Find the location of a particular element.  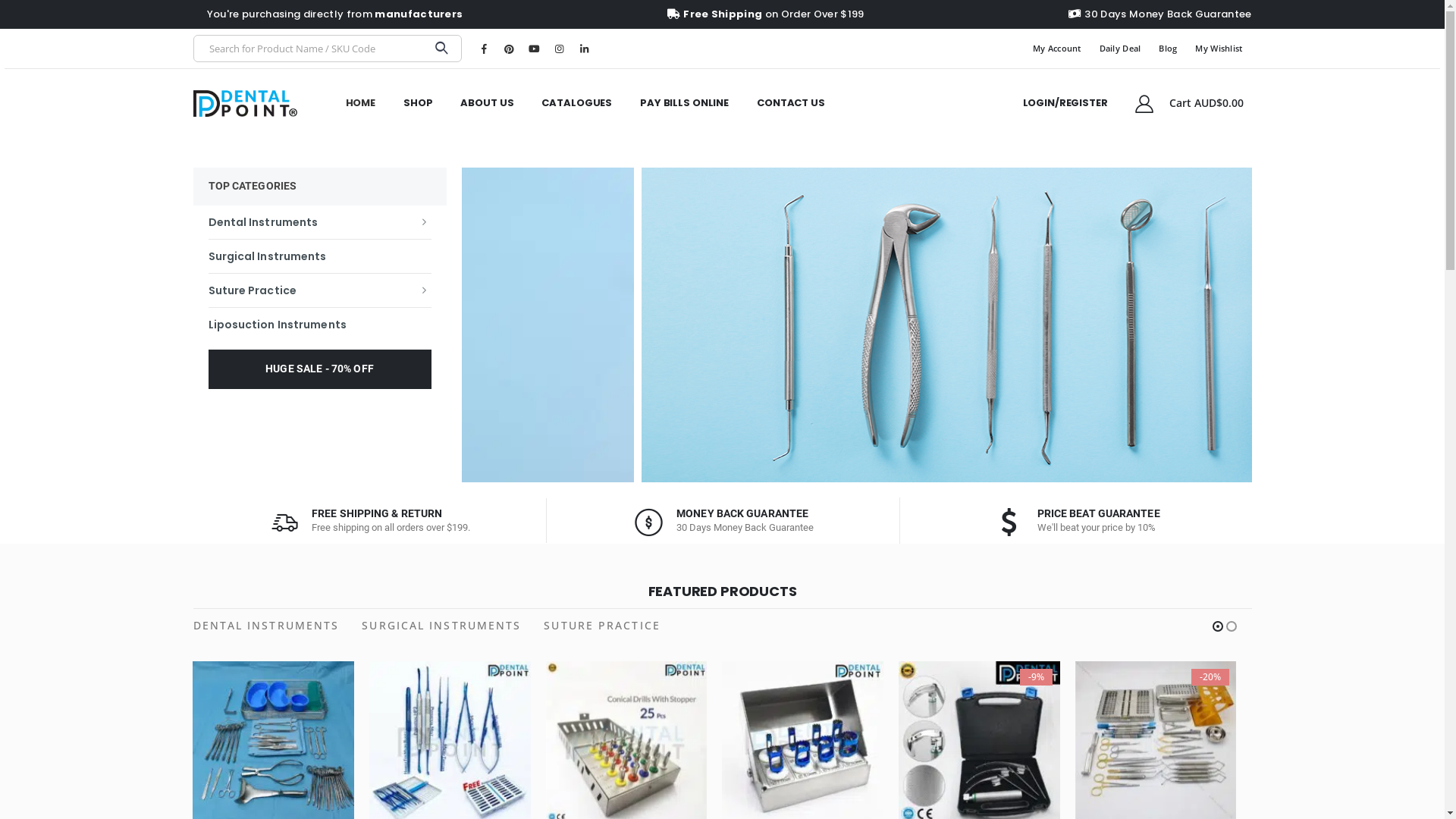

'CONTACT US' is located at coordinates (789, 102).